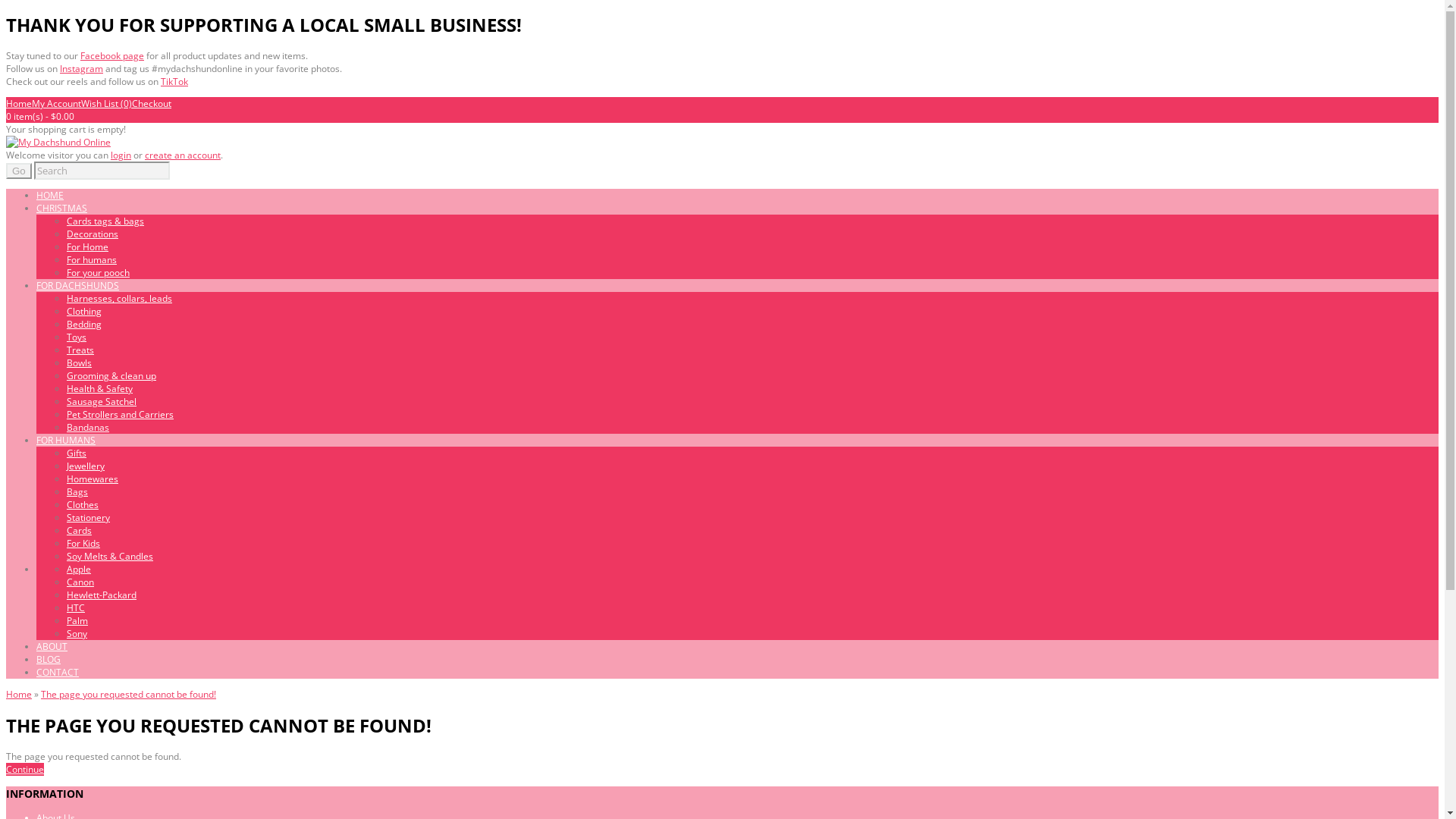  I want to click on 'Bowls', so click(78, 362).